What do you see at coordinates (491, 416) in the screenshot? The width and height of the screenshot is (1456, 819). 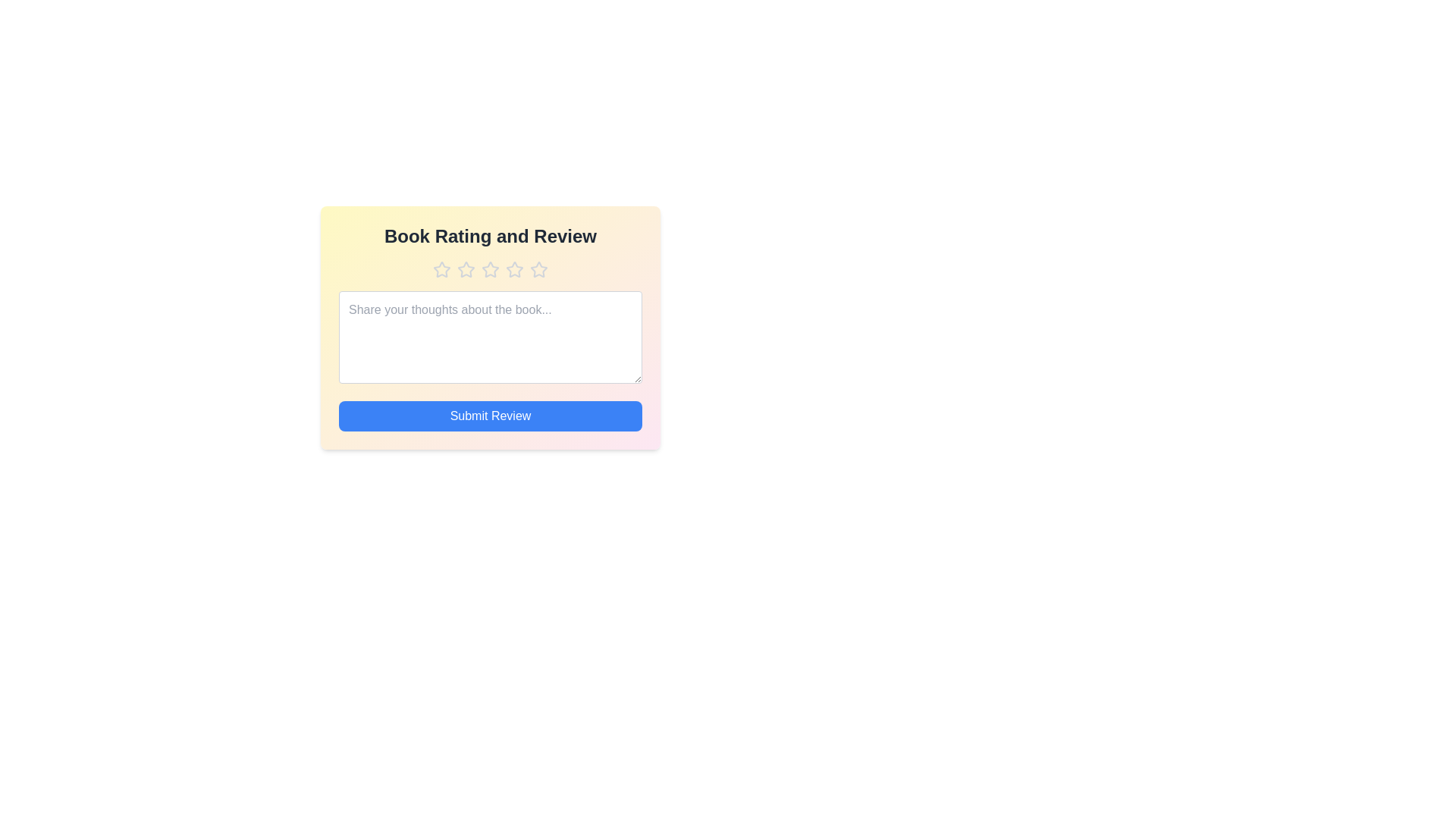 I see `the 'Submit Review' button to submit the review` at bounding box center [491, 416].